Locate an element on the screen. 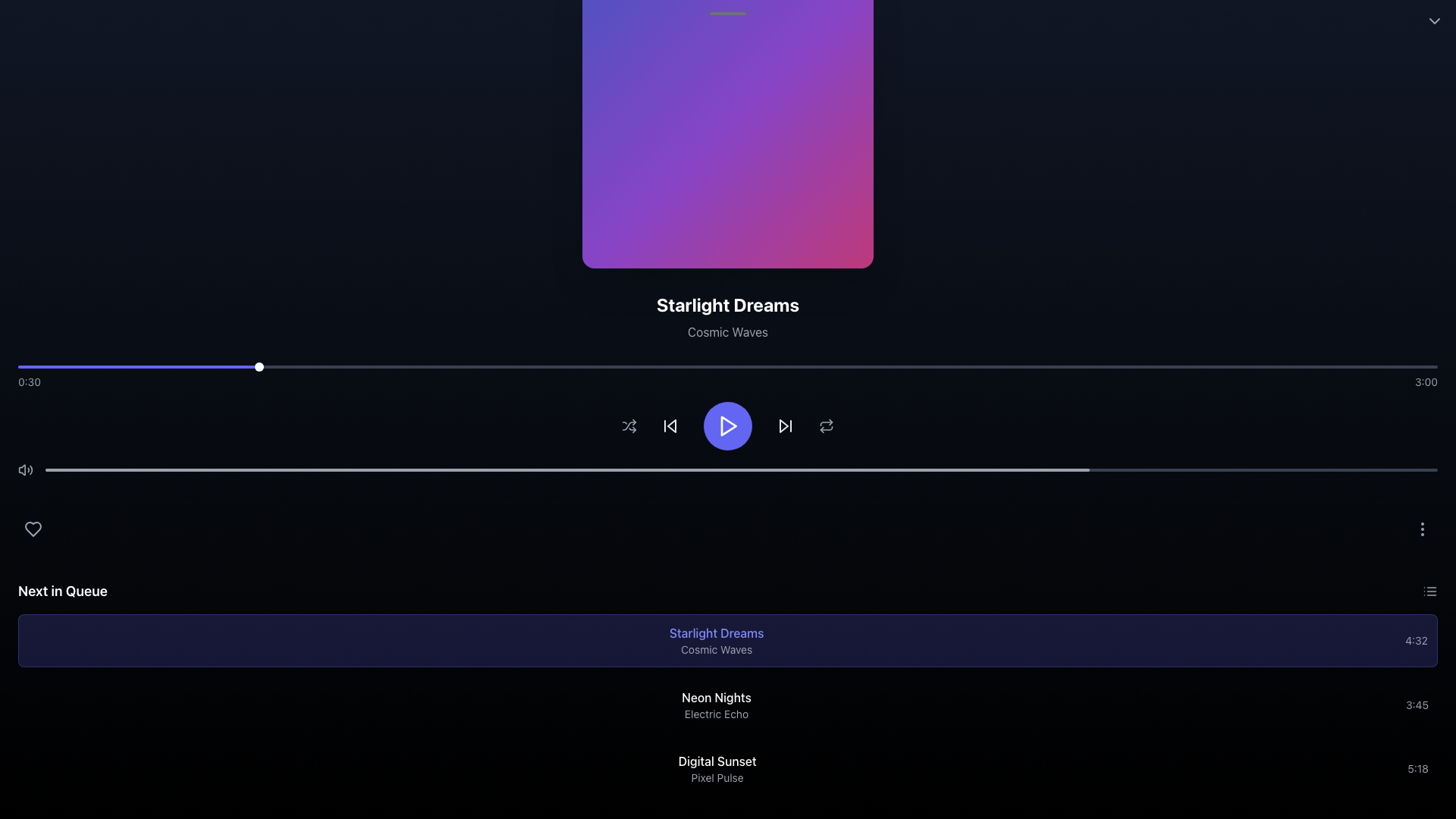  the 'Neon Nights' text label, which is styled in white font and located at the top of the section titled 'Next in Queue' is located at coordinates (716, 698).